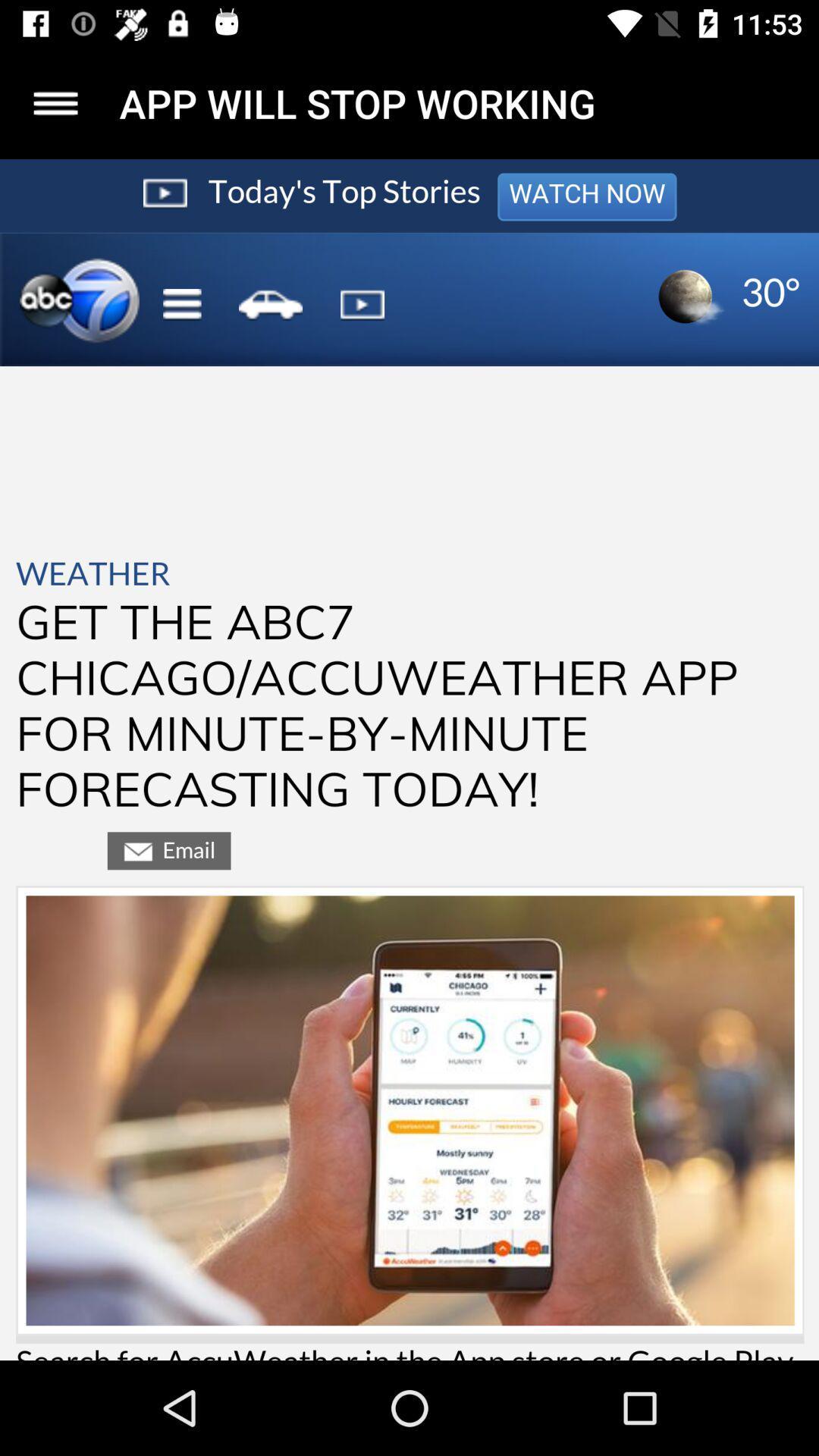 This screenshot has width=819, height=1456. I want to click on this is button for more options, so click(55, 102).